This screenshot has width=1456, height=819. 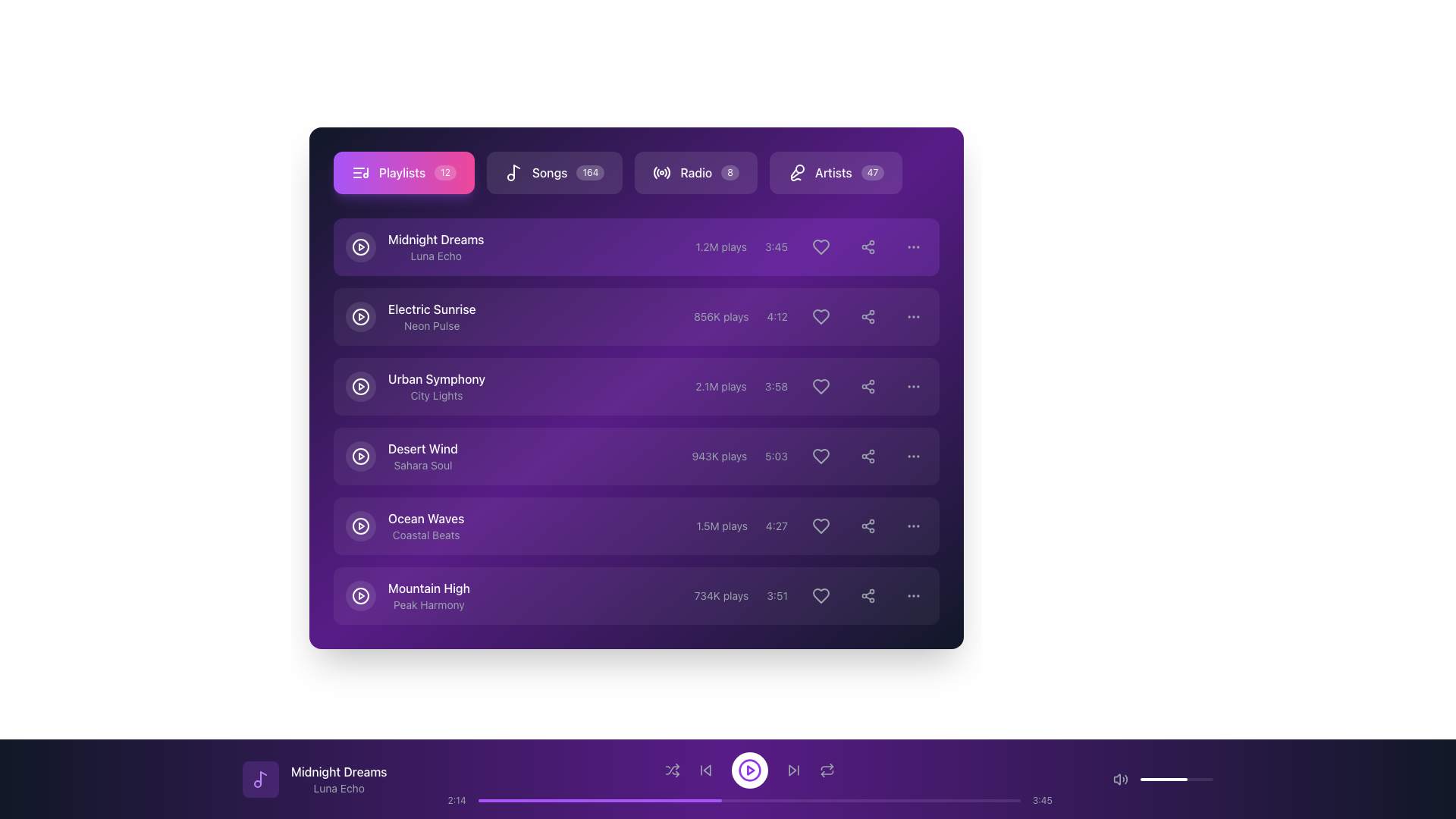 What do you see at coordinates (868, 595) in the screenshot?
I see `the share button located to the right of the heart icon in the track entry for 'Mountain High'` at bounding box center [868, 595].